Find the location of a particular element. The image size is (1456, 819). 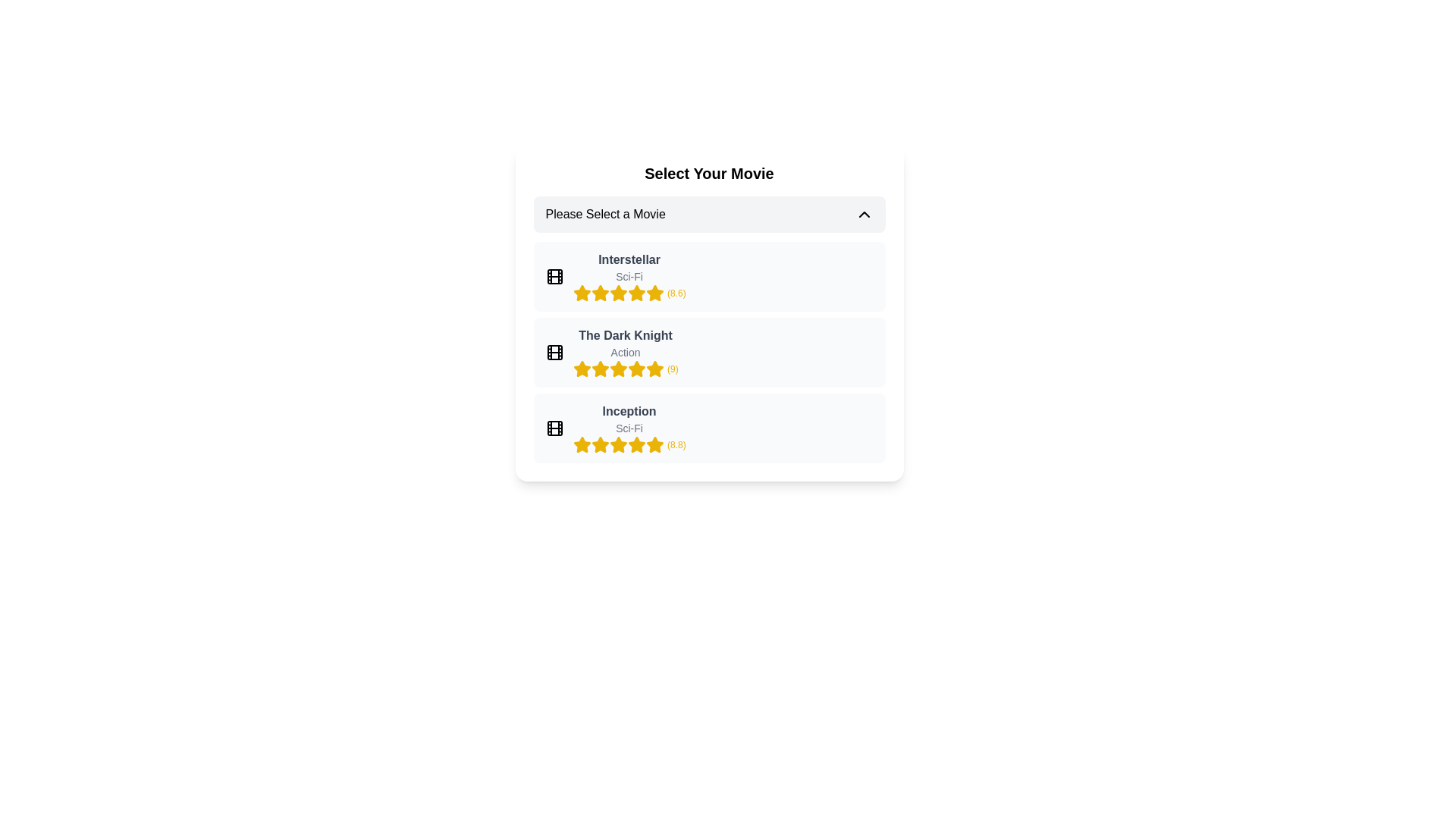

the yellow star icon representing the rating for 'The Dark Knight', which is the third star in the sequence of rating icons is located at coordinates (581, 369).